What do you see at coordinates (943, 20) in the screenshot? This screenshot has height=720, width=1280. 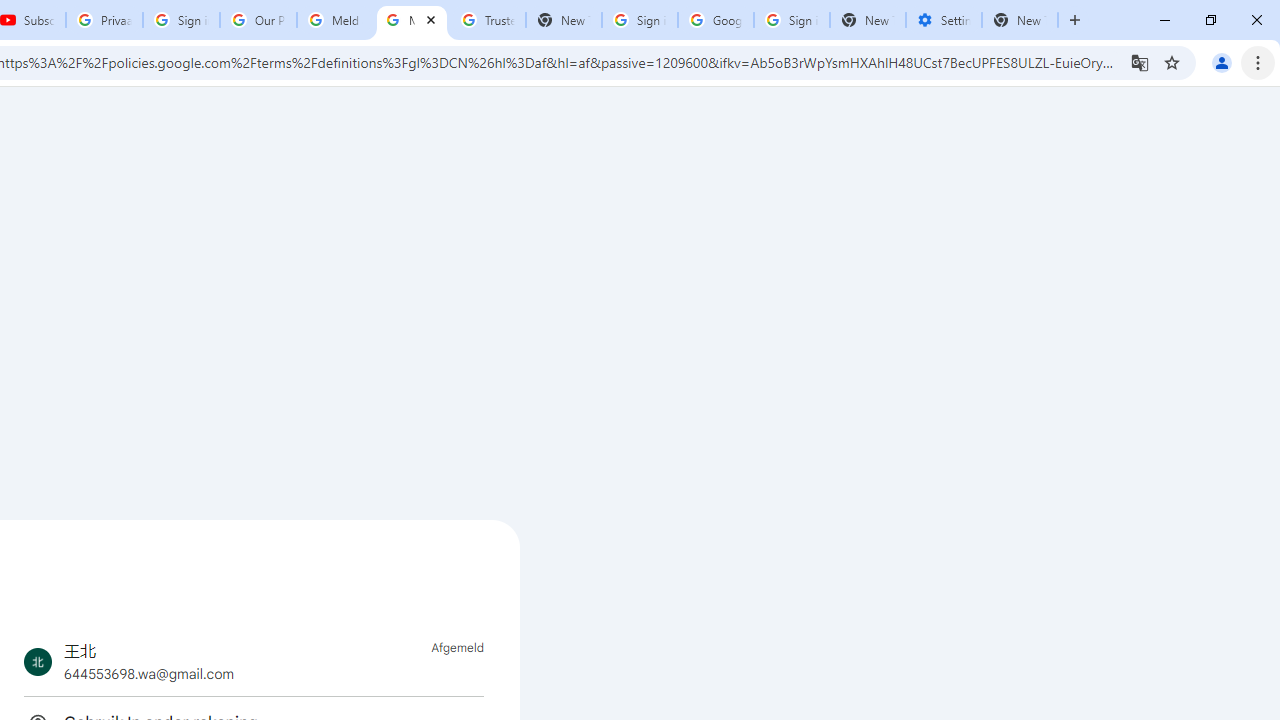 I see `'Settings - Addresses and more'` at bounding box center [943, 20].